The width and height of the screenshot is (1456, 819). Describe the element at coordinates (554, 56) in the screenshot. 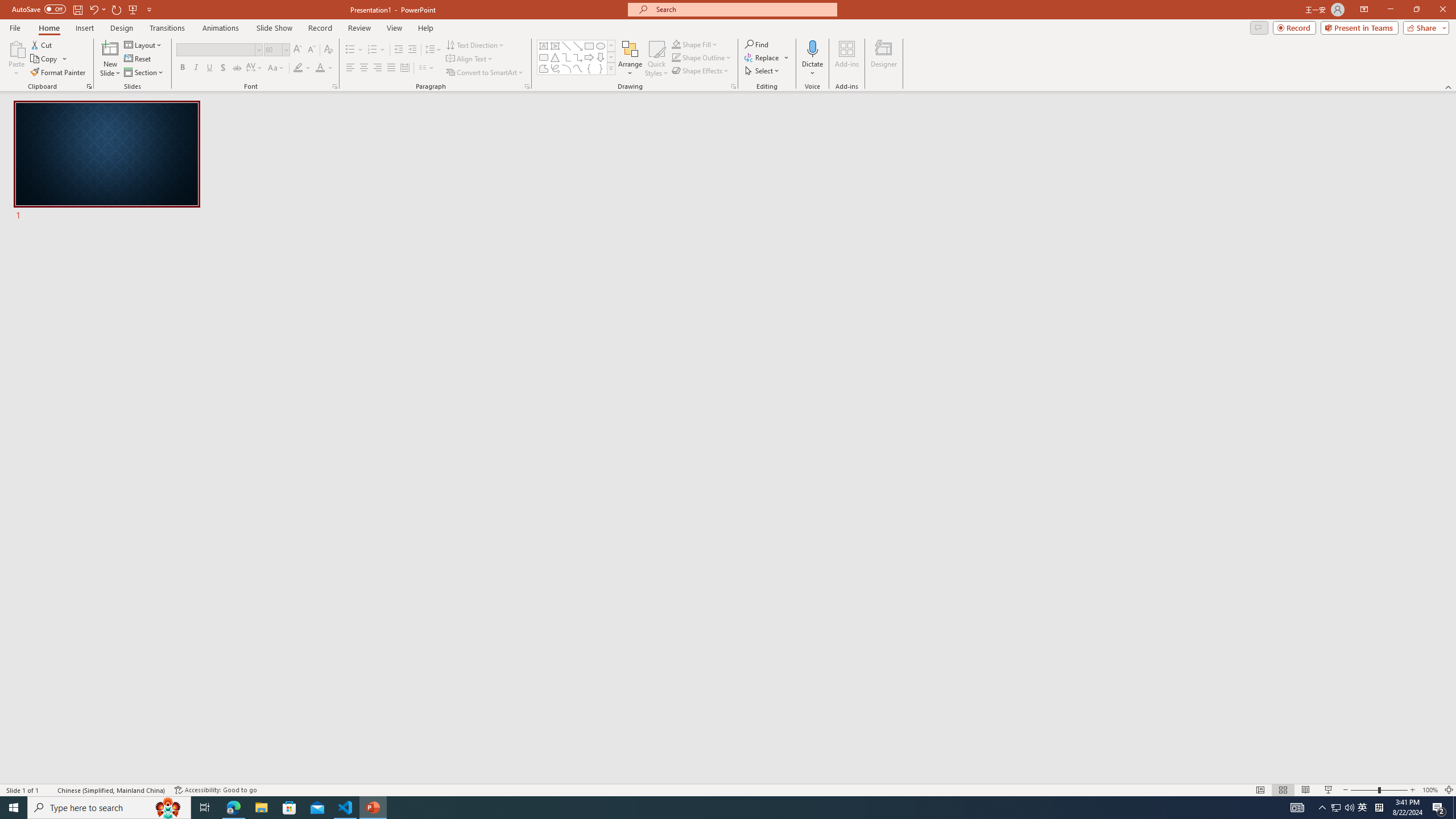

I see `'Isosceles Triangle'` at that location.